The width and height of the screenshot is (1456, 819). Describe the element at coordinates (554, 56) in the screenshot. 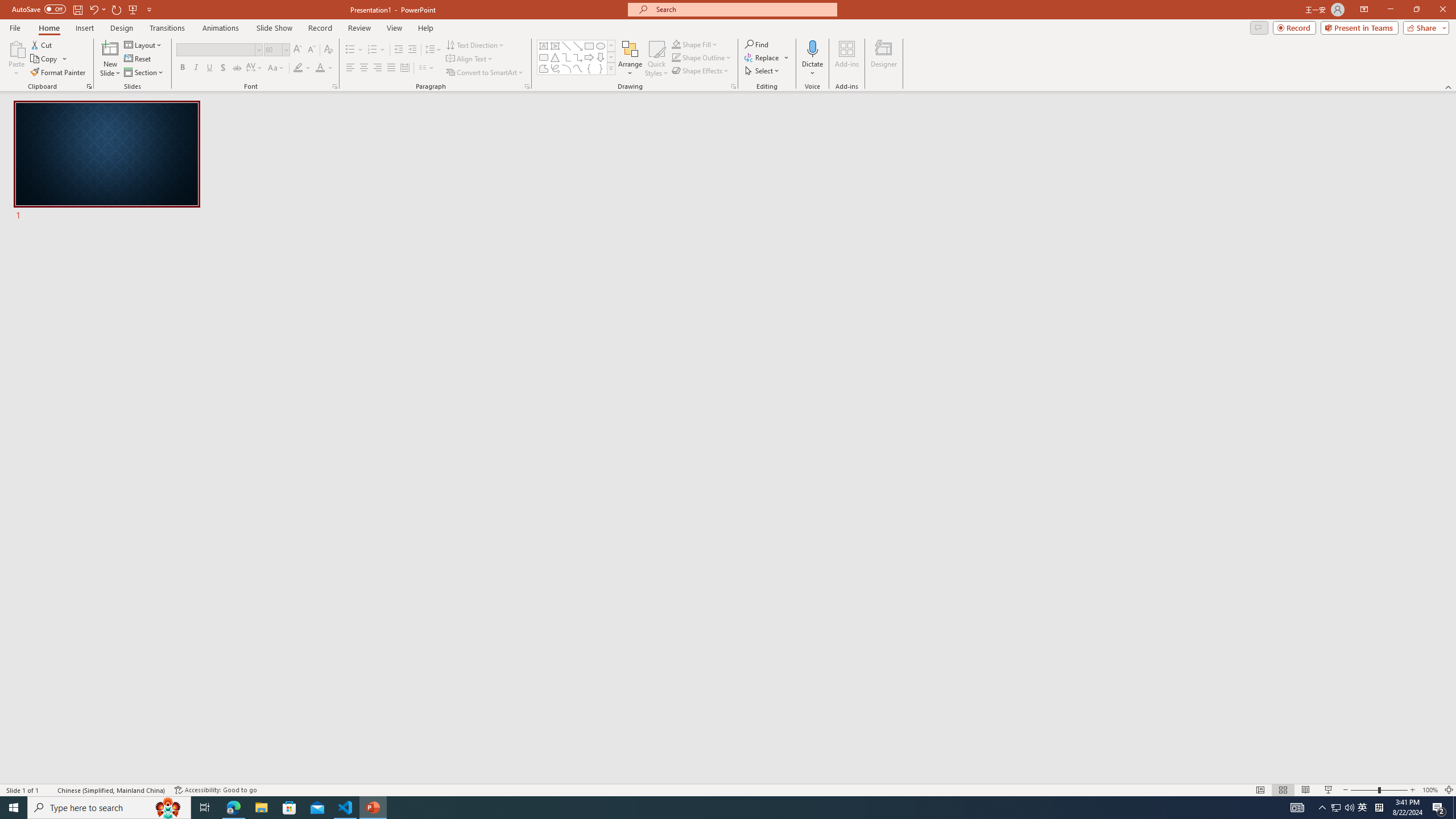

I see `'Isosceles Triangle'` at that location.